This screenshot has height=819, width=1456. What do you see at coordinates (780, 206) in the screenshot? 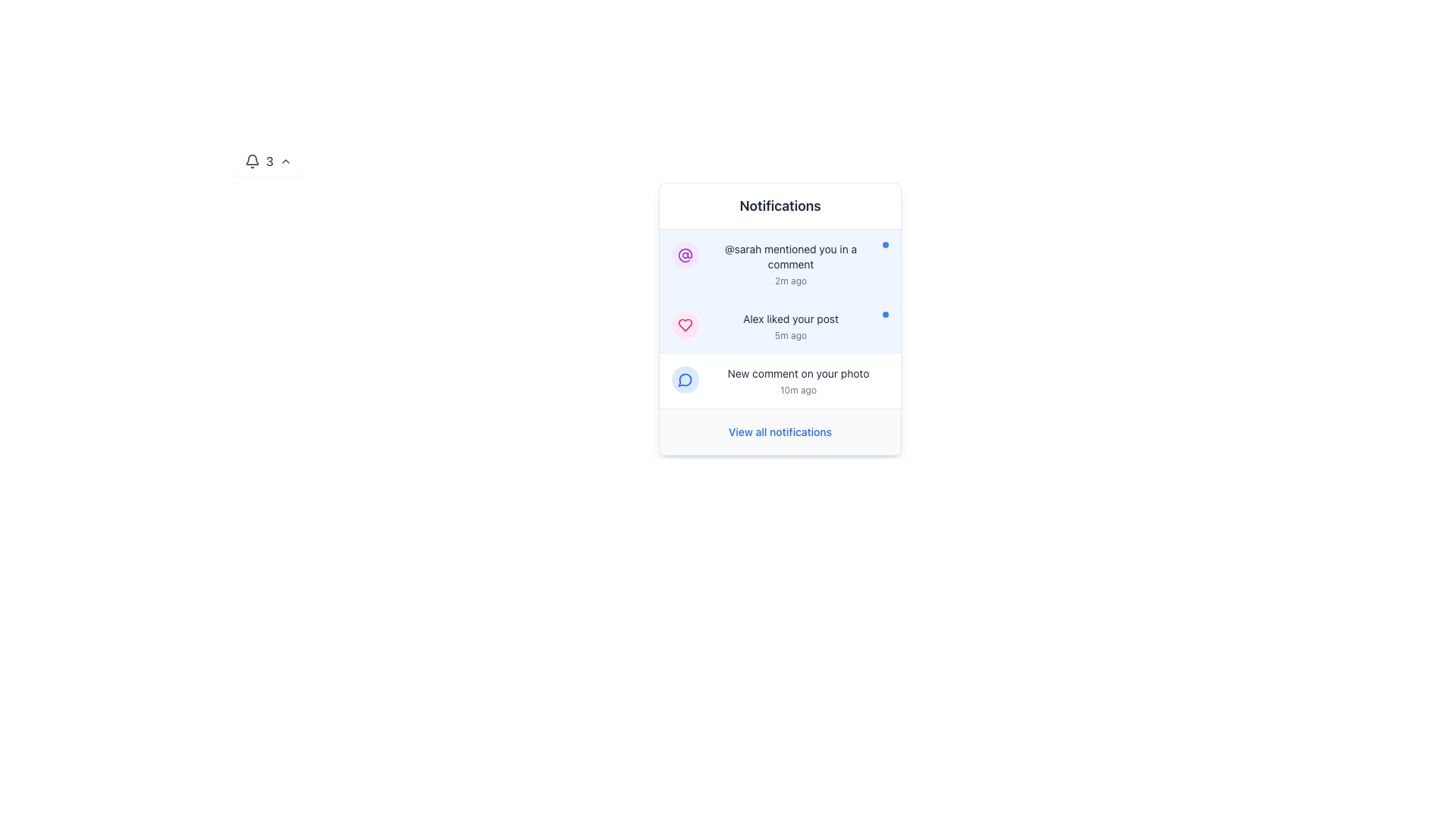
I see `the header text located at the top center of the notification panel, which is styled with a border and padding` at bounding box center [780, 206].